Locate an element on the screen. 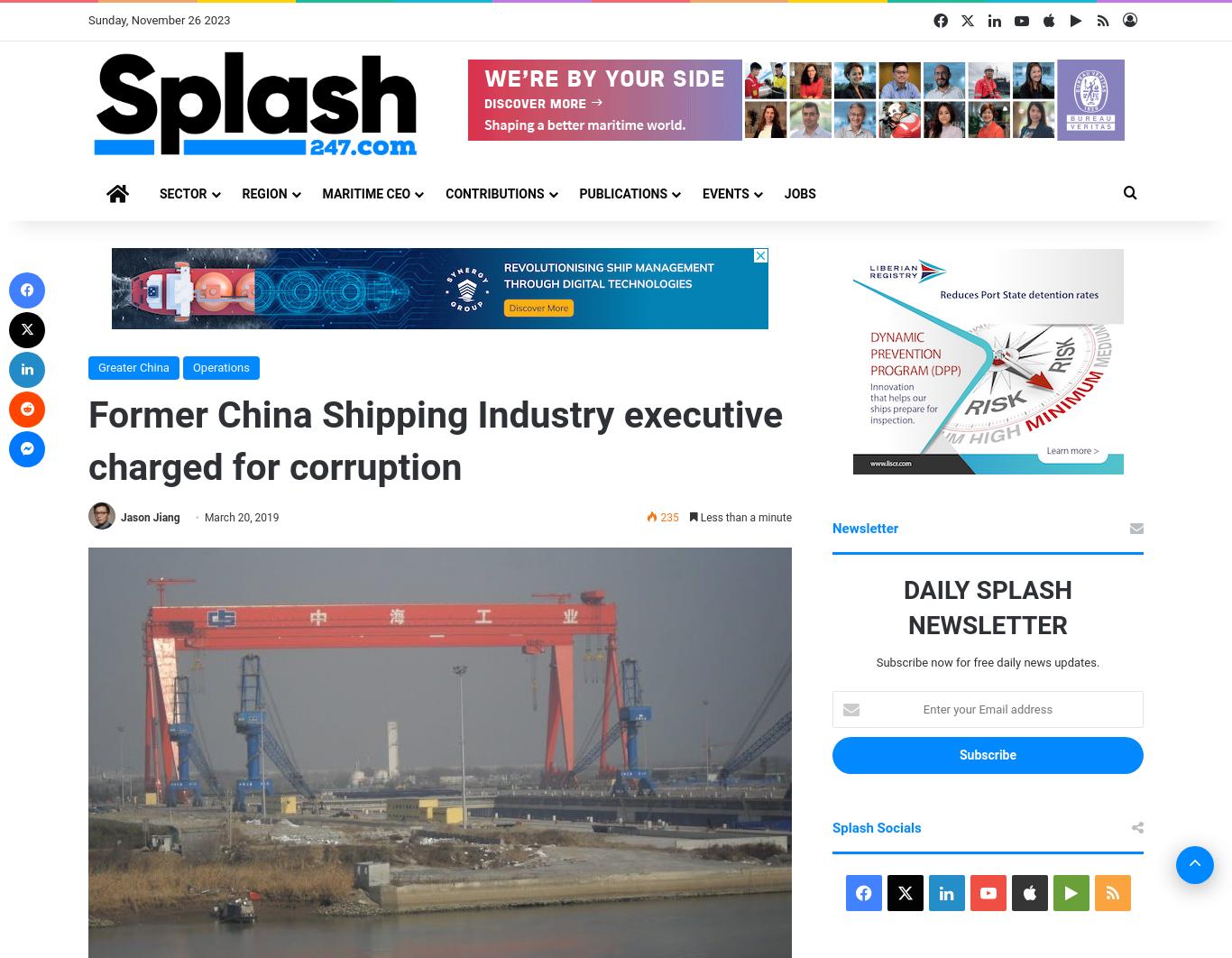 The height and width of the screenshot is (958, 1232). 'Maritime CEO' is located at coordinates (364, 193).